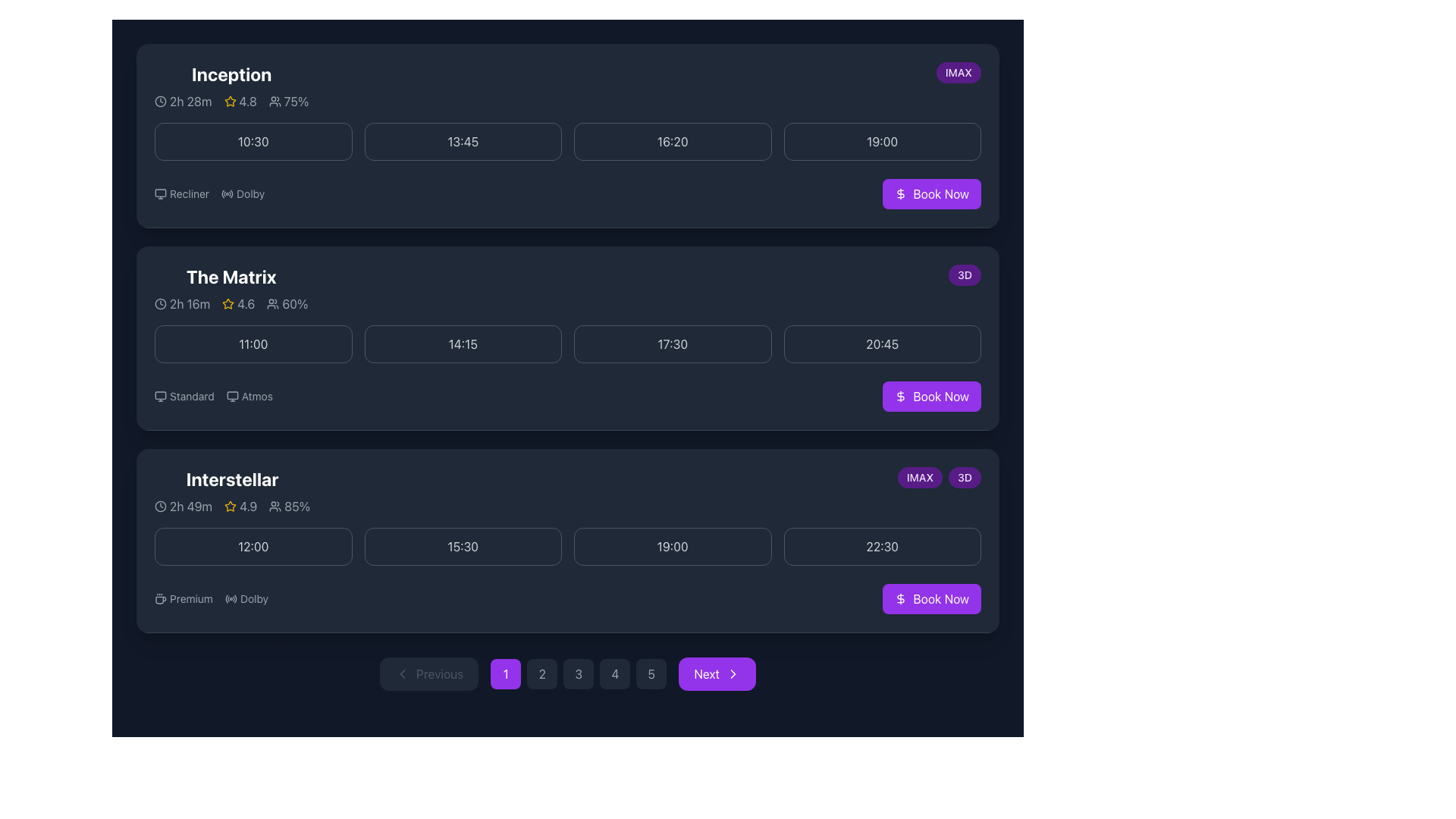  I want to click on informational label that displays seating type ('Recliner') and audio technology ('Dolby') for the movie 'Inception', located below the movie's duration and above the time slots, so click(209, 193).